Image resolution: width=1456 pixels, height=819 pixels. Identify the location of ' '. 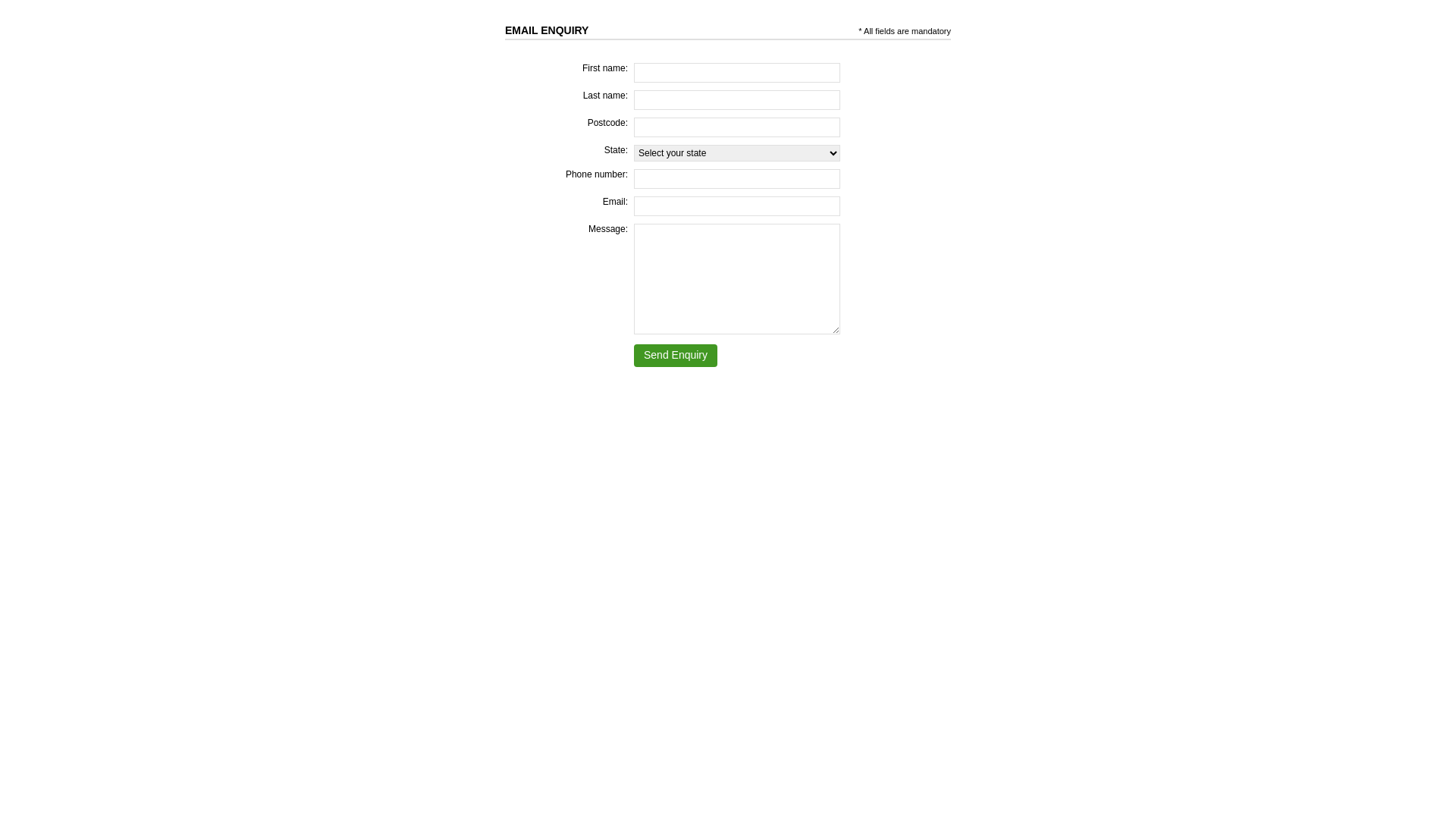
(588, 30).